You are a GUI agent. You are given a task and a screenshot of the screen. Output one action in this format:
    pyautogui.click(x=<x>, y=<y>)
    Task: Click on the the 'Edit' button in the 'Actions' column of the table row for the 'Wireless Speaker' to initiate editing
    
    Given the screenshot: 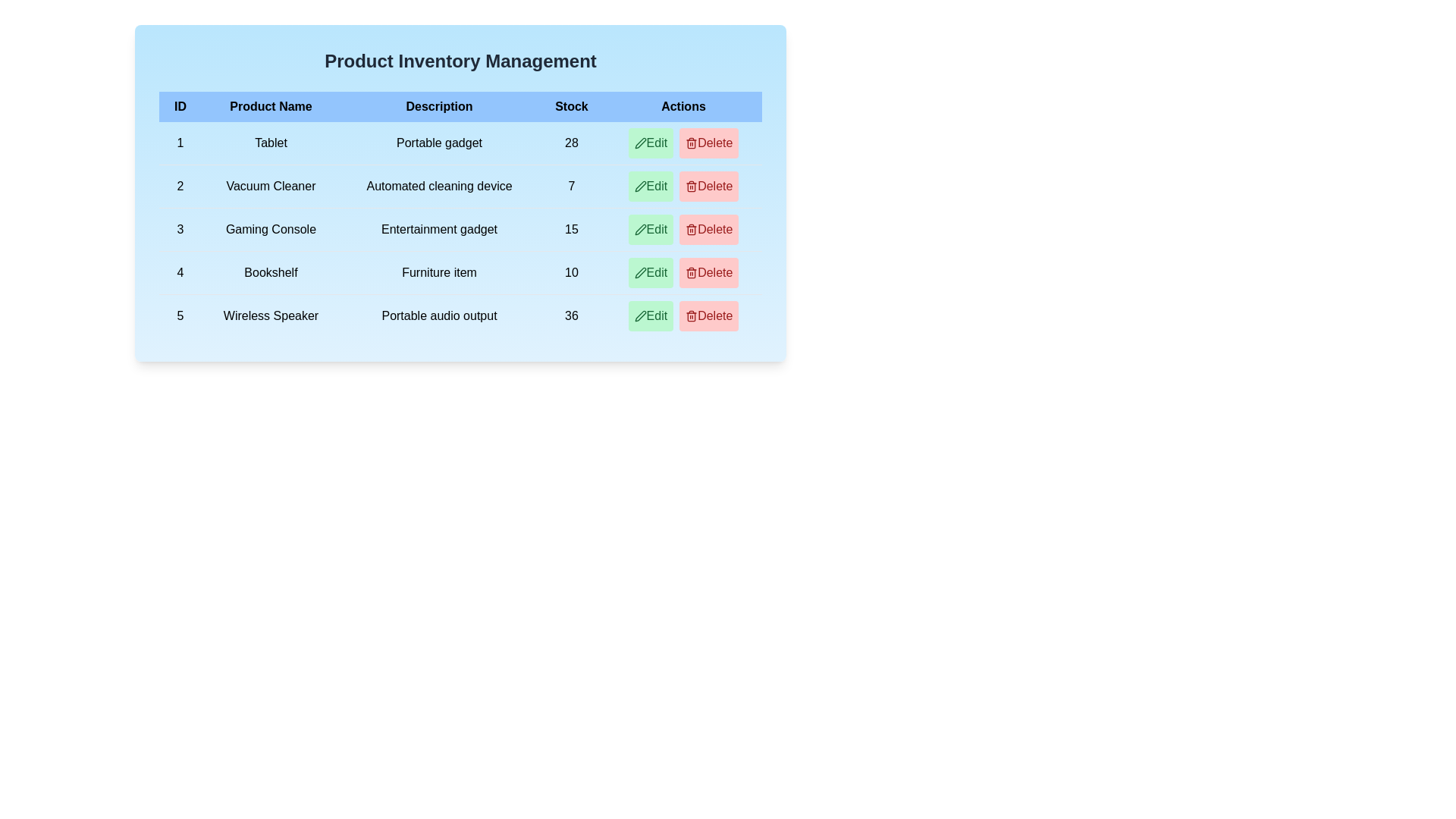 What is the action you would take?
    pyautogui.click(x=651, y=315)
    